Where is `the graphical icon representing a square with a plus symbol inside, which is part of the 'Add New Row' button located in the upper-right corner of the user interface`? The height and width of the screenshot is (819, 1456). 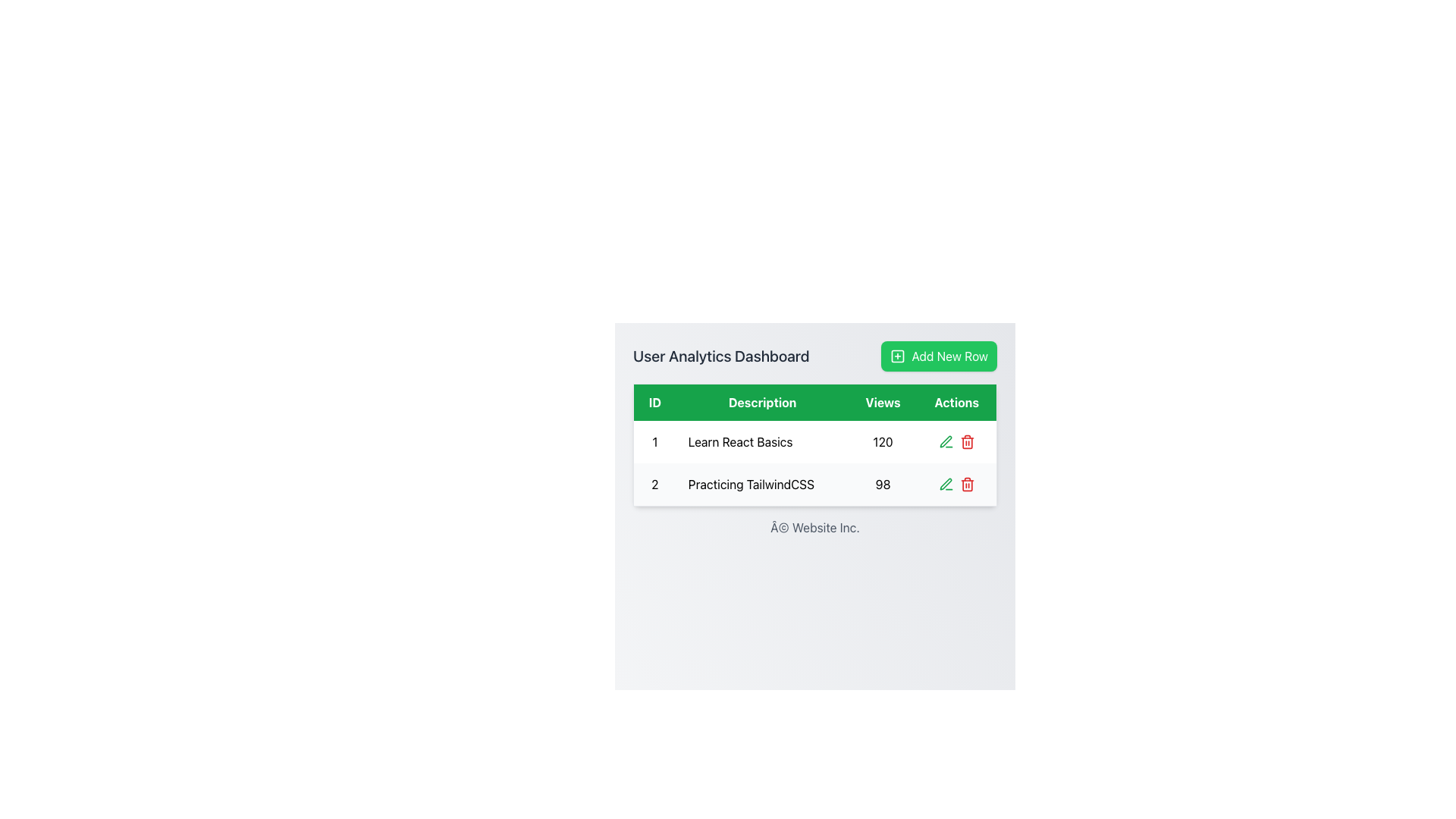
the graphical icon representing a square with a plus symbol inside, which is part of the 'Add New Row' button located in the upper-right corner of the user interface is located at coordinates (898, 356).